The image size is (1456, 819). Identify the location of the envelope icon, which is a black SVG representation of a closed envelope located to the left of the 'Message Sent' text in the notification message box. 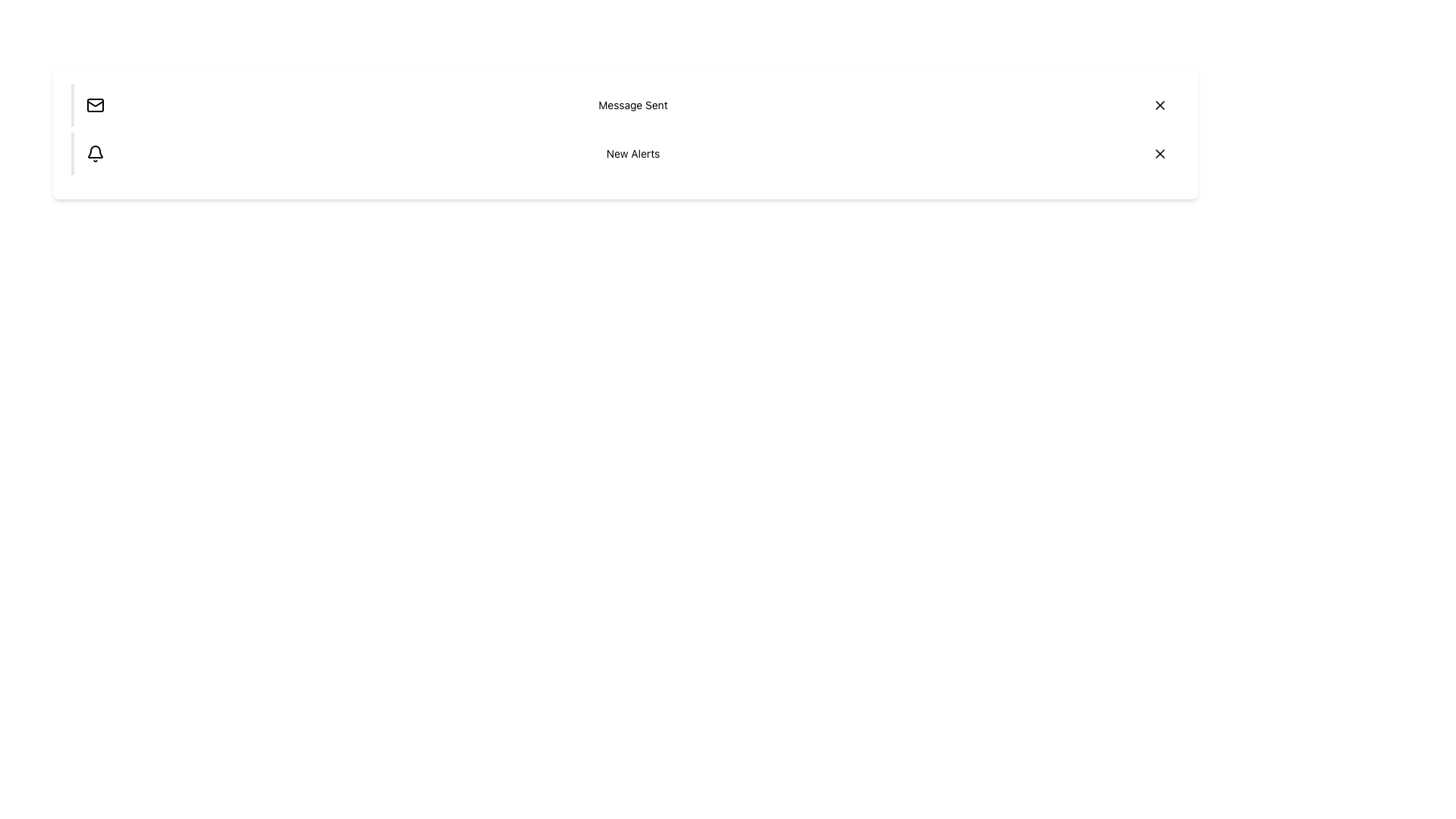
(94, 104).